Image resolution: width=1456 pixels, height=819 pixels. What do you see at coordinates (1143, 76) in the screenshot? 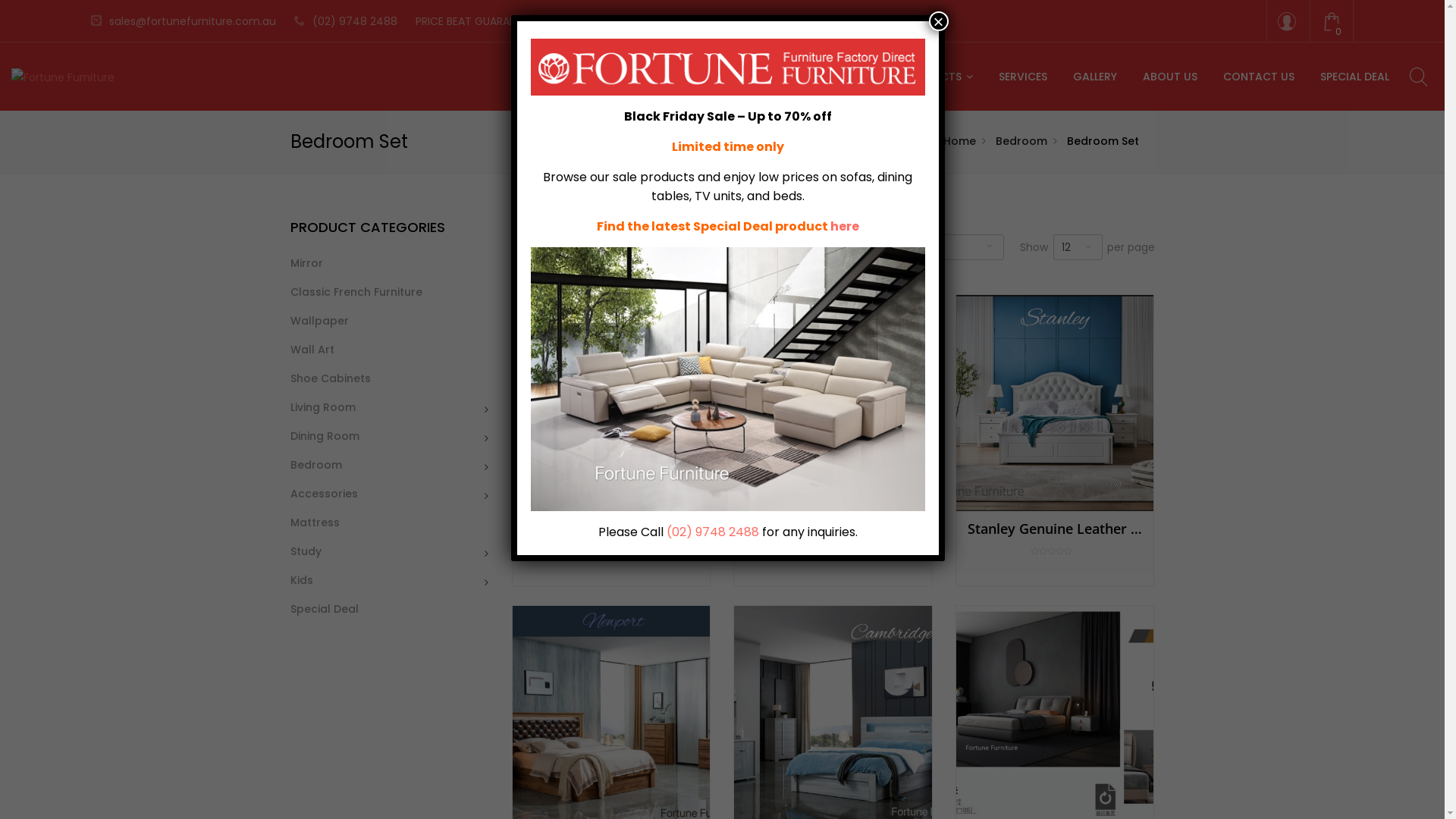
I see `'ABOUT US'` at bounding box center [1143, 76].